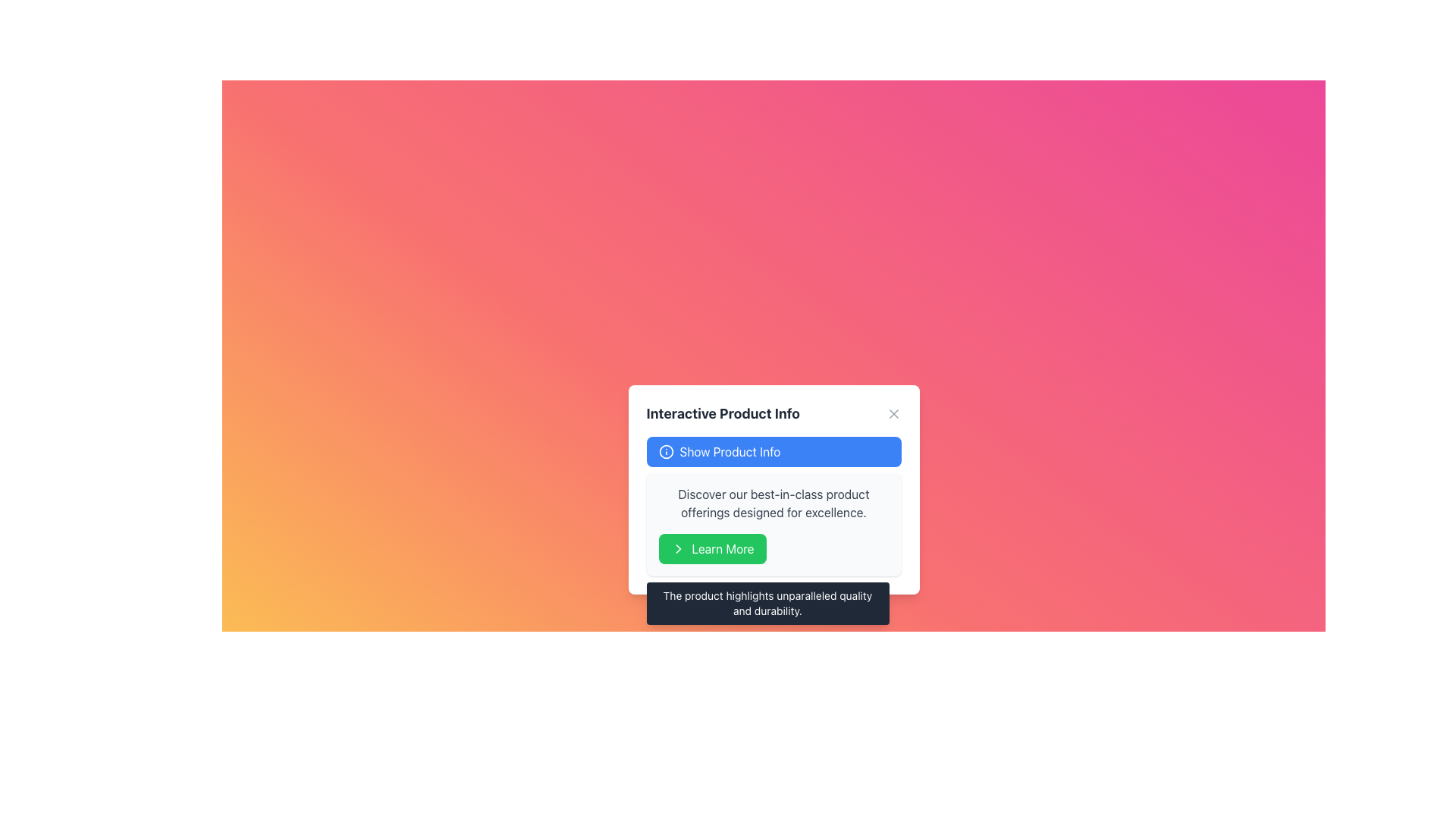  Describe the element at coordinates (773, 414) in the screenshot. I see `the title text` at that location.